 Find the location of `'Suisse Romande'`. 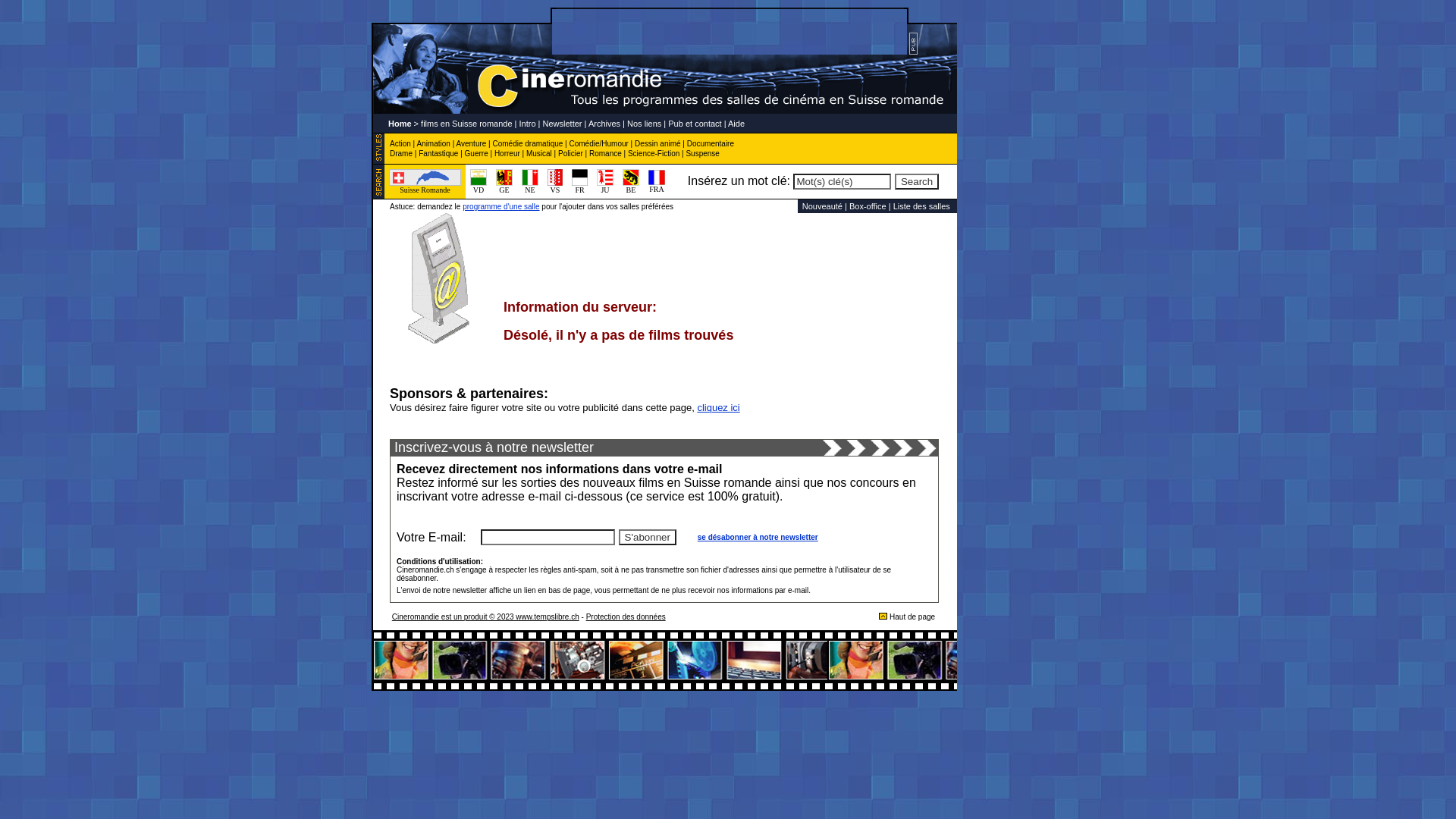

'Suisse Romande' is located at coordinates (425, 186).